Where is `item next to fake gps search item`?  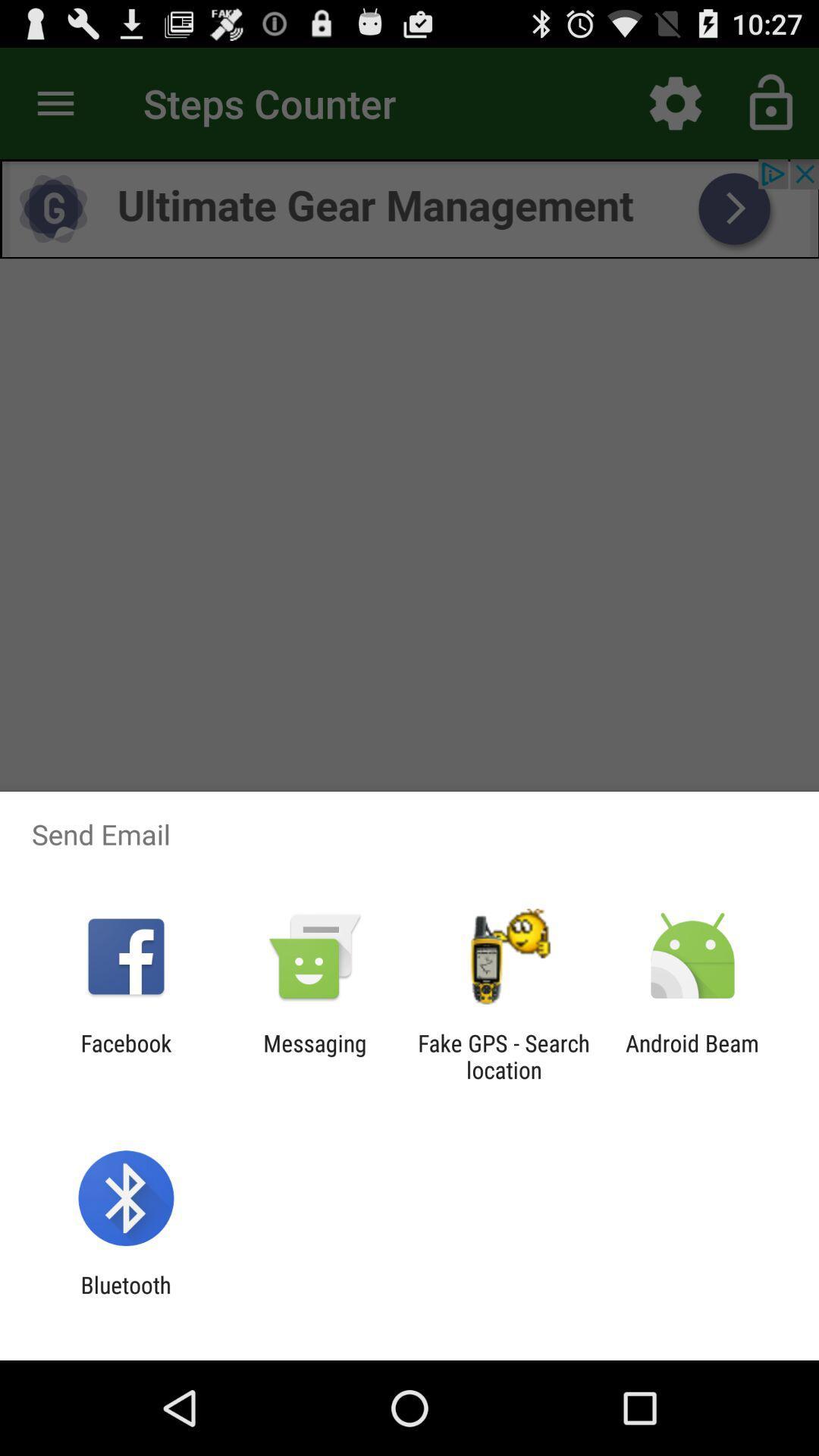
item next to fake gps search item is located at coordinates (692, 1056).